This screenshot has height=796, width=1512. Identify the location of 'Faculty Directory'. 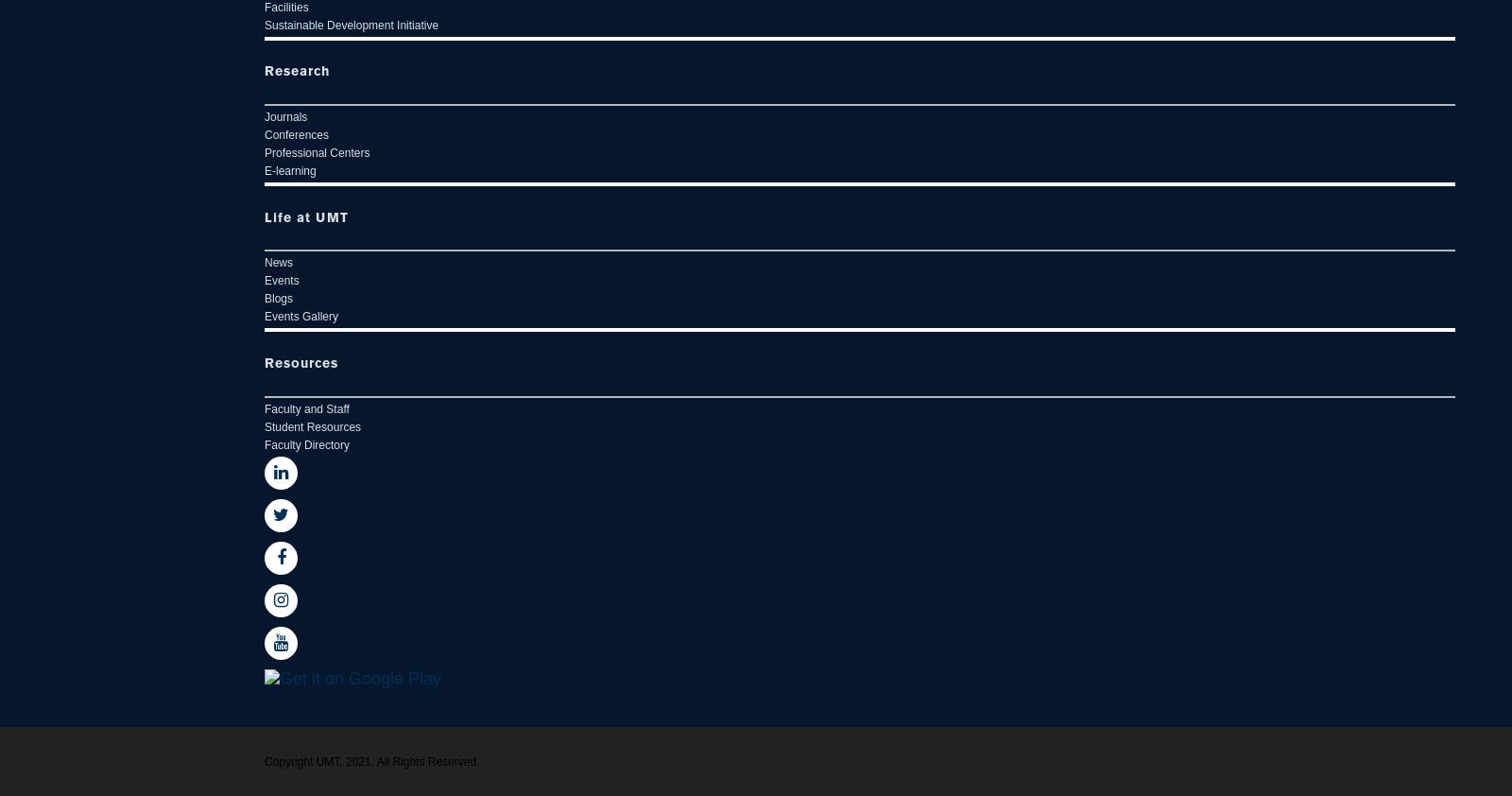
(306, 443).